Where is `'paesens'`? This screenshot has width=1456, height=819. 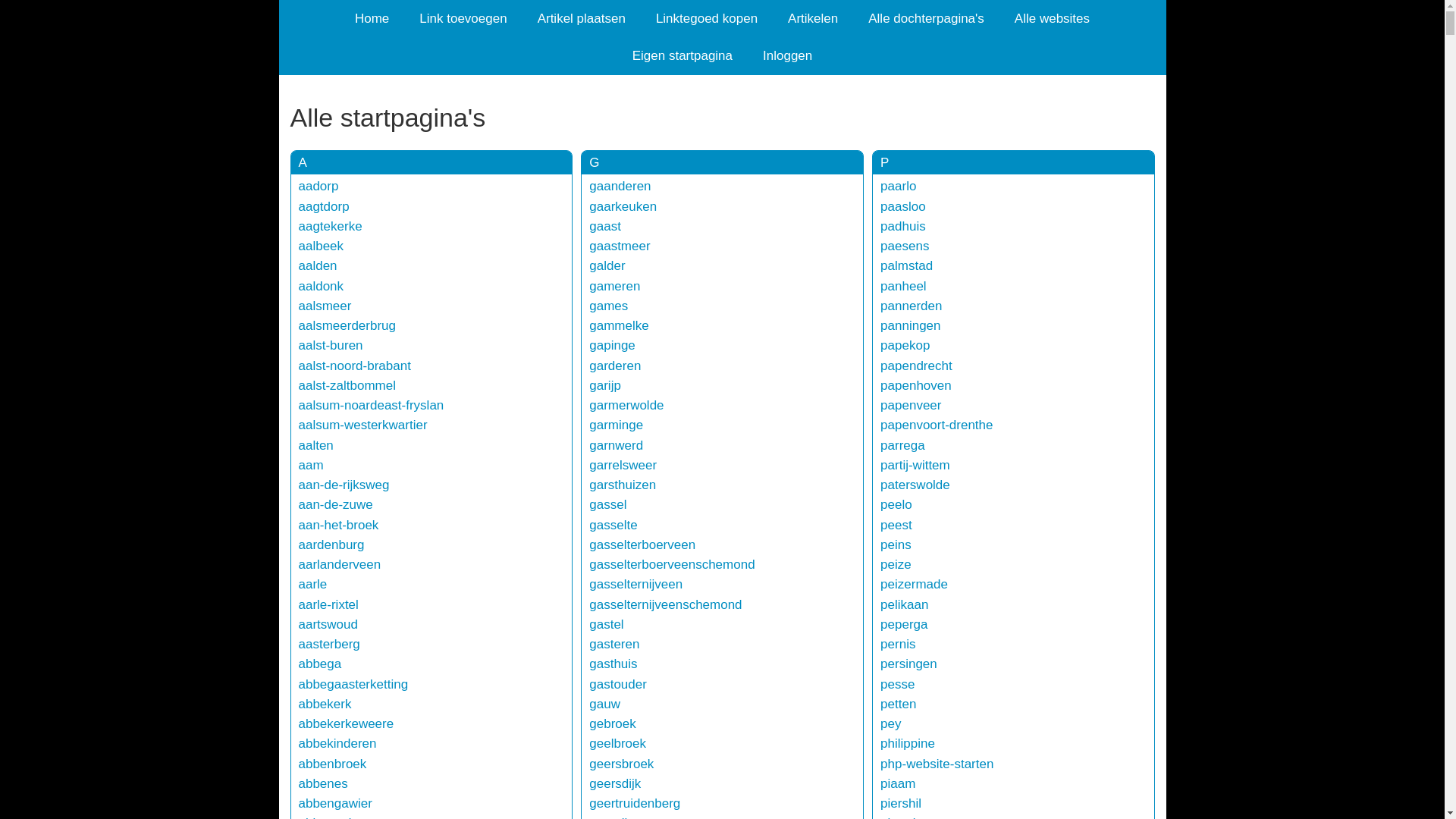 'paesens' is located at coordinates (905, 245).